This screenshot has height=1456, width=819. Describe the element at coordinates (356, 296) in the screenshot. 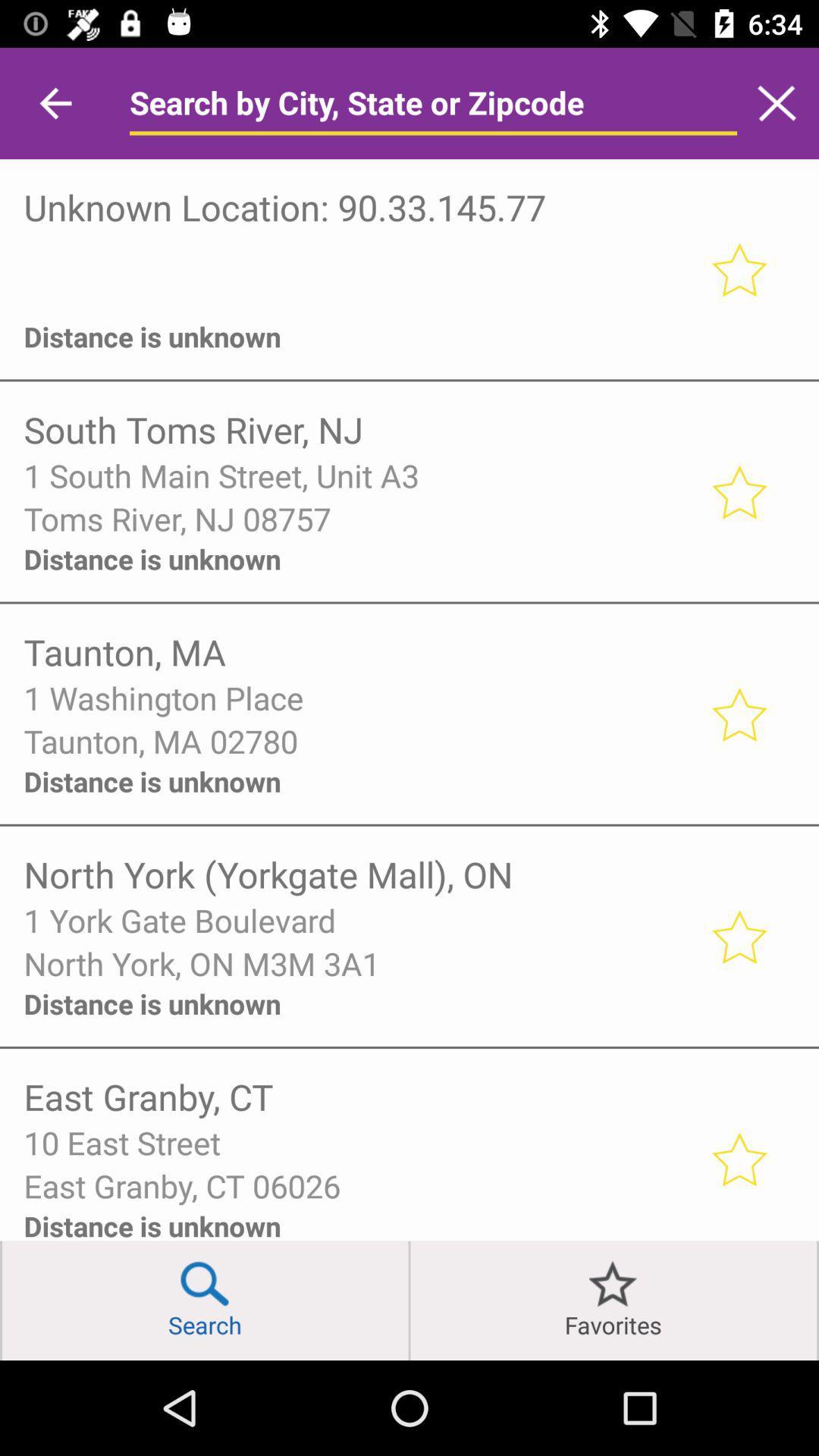

I see `the   icon` at that location.